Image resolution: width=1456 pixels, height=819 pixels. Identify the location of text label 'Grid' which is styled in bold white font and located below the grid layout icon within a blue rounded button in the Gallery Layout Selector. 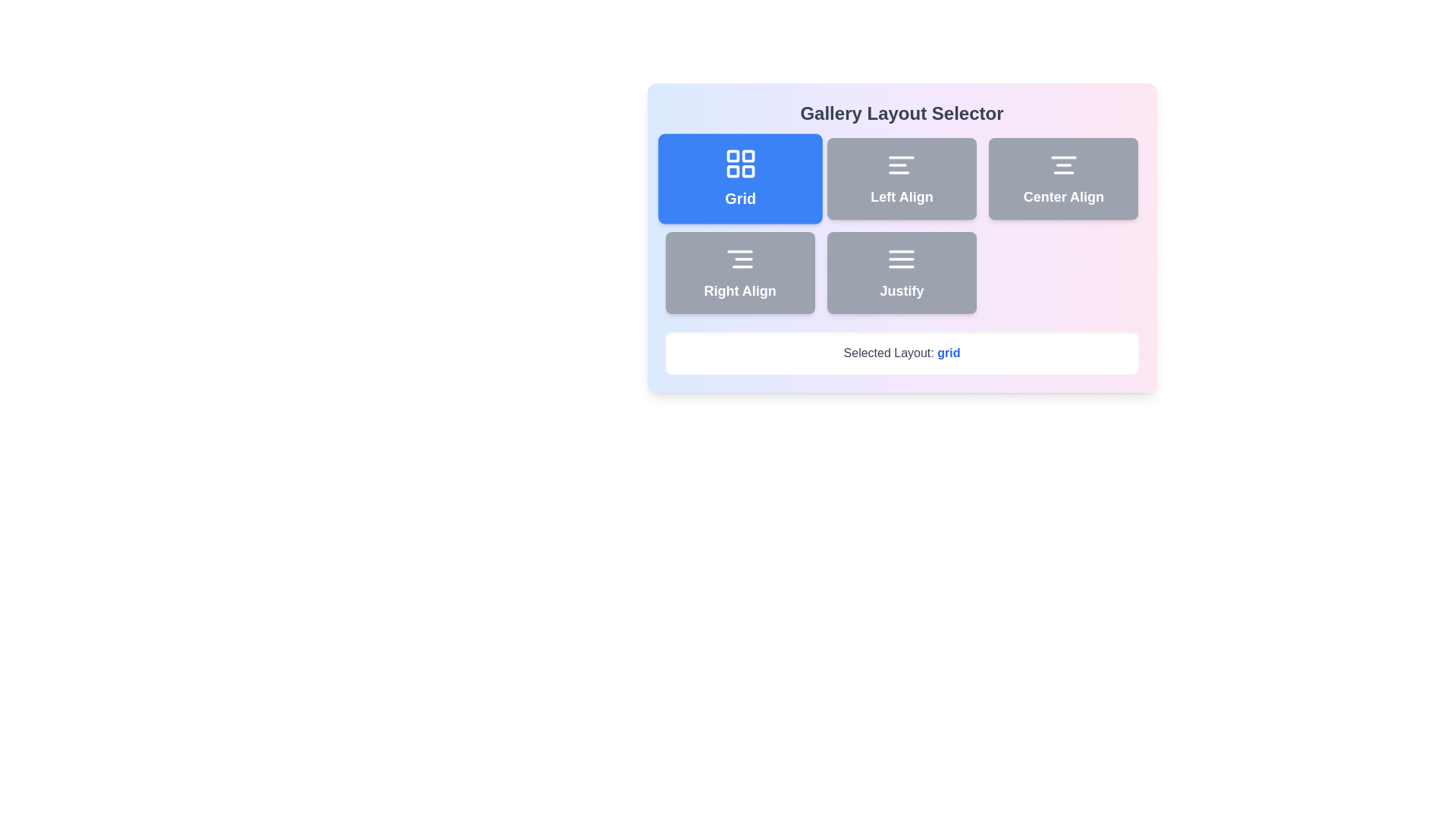
(740, 198).